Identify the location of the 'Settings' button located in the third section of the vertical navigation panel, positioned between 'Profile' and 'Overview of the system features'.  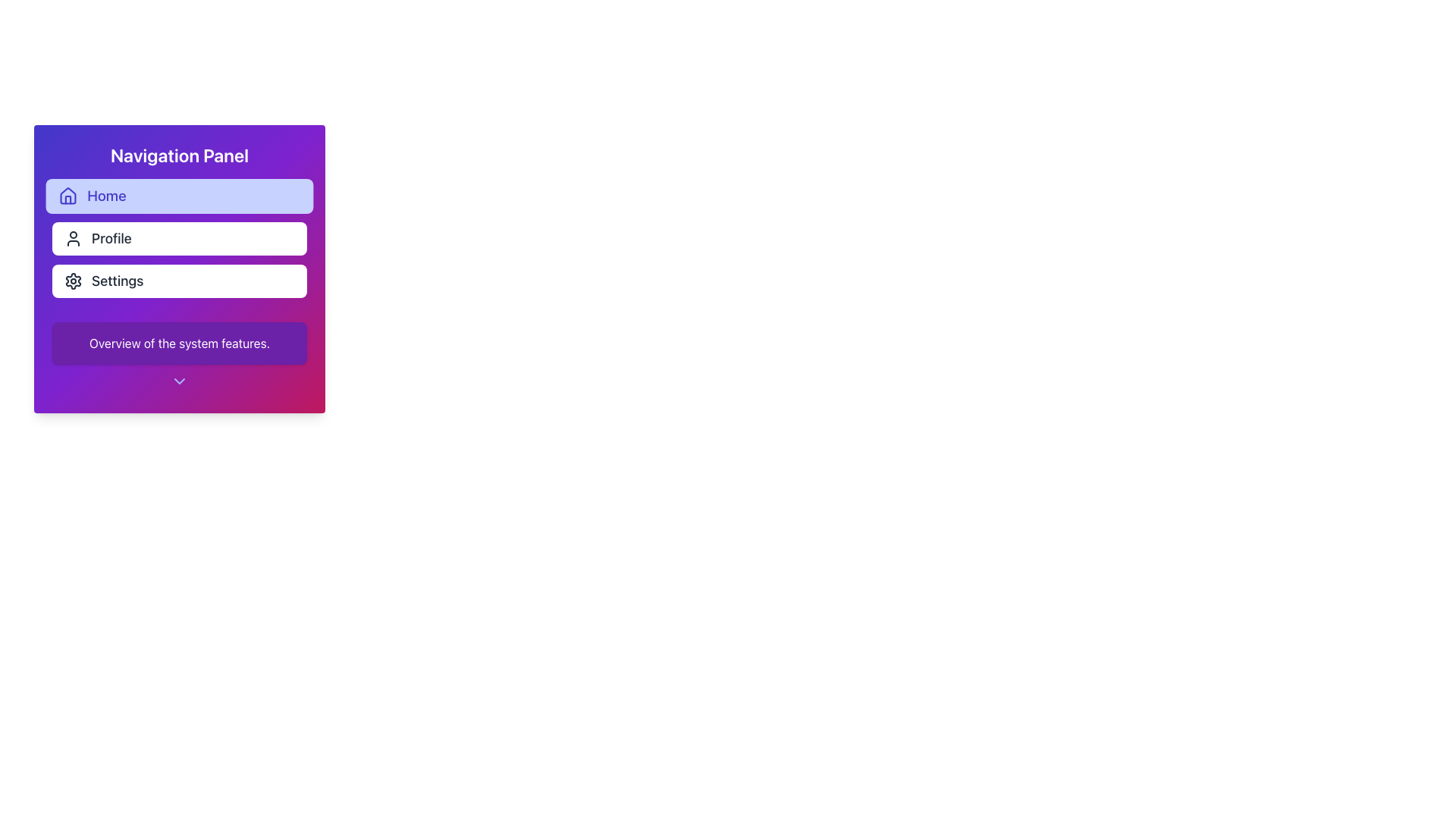
(179, 268).